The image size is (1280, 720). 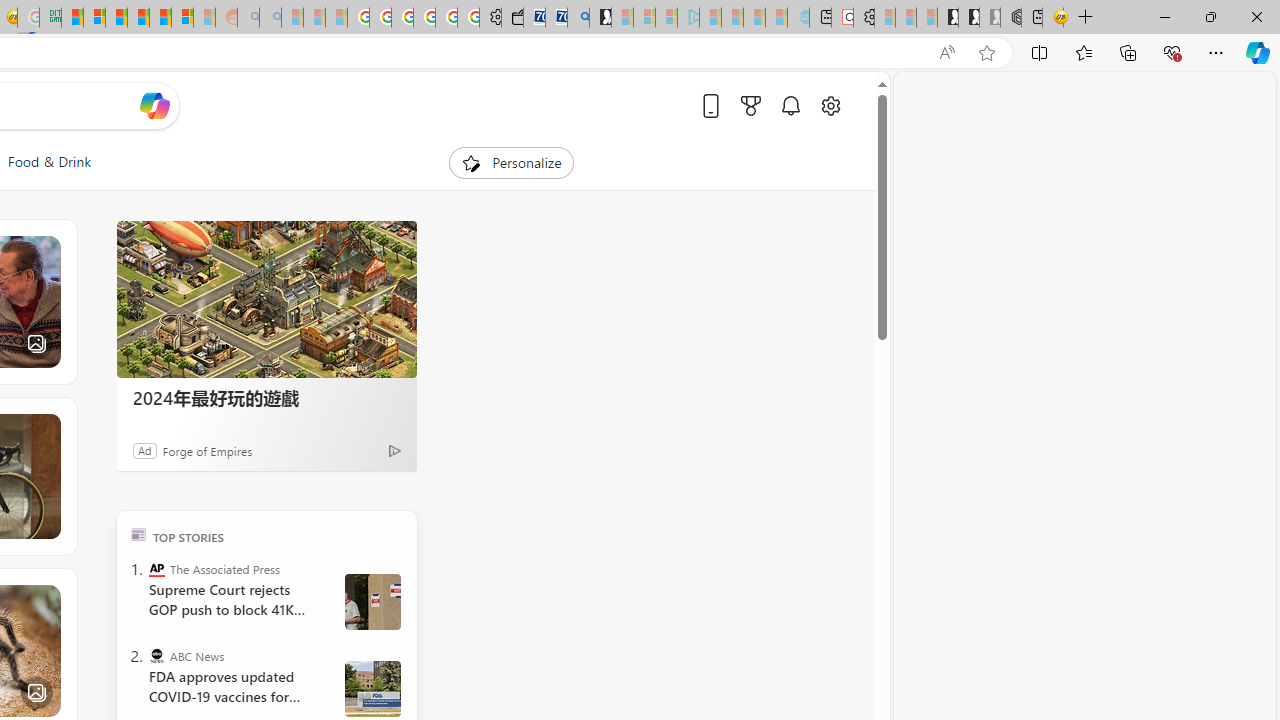 What do you see at coordinates (577, 17) in the screenshot?
I see `'Bing Real Estate - Home sales and rental listings'` at bounding box center [577, 17].